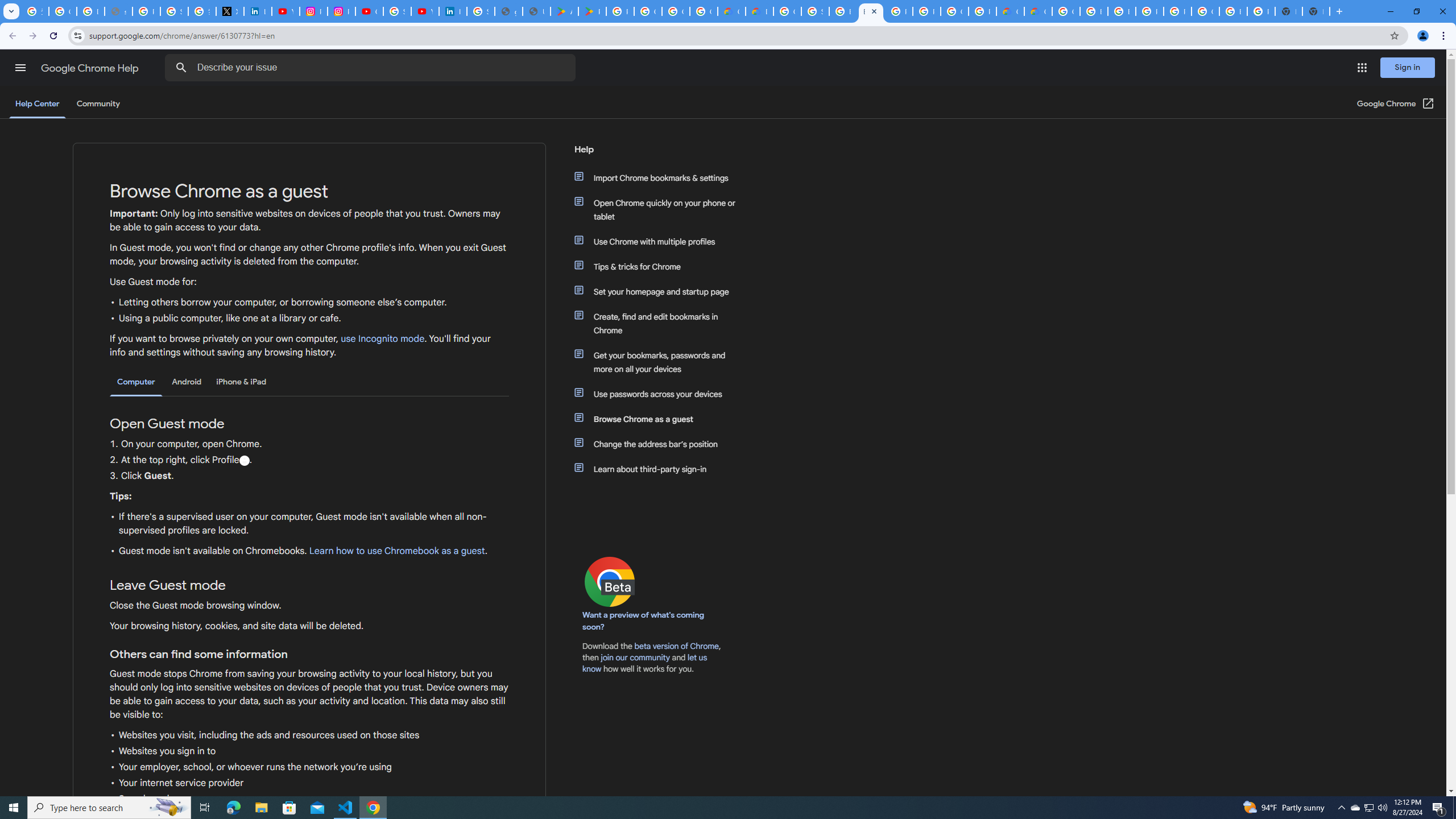 Image resolution: width=1456 pixels, height=819 pixels. Describe the element at coordinates (661, 323) in the screenshot. I see `'Create, find and edit bookmarks in Chrome'` at that location.